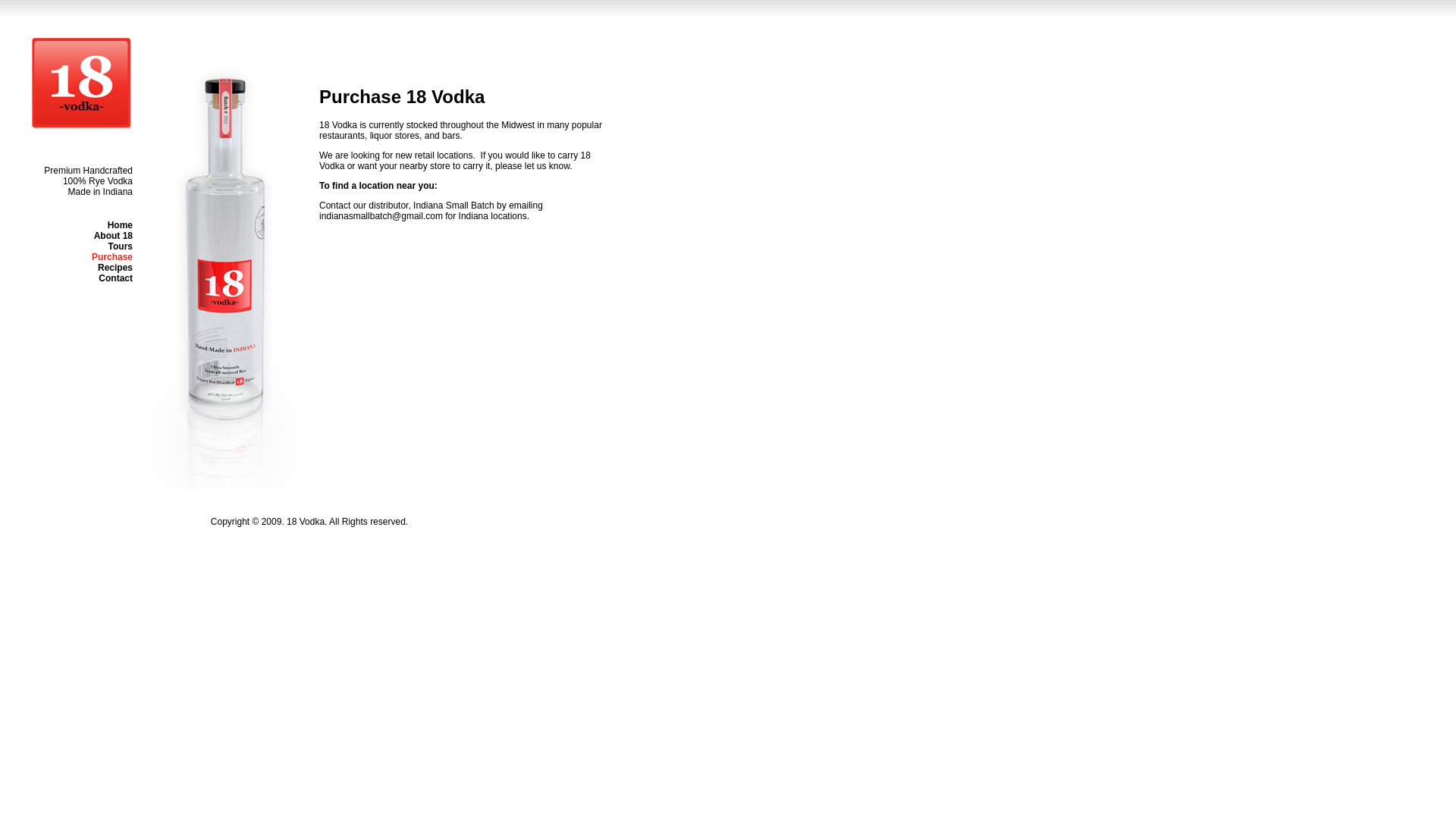 The height and width of the screenshot is (819, 1456). Describe the element at coordinates (112, 236) in the screenshot. I see `'About 18'` at that location.